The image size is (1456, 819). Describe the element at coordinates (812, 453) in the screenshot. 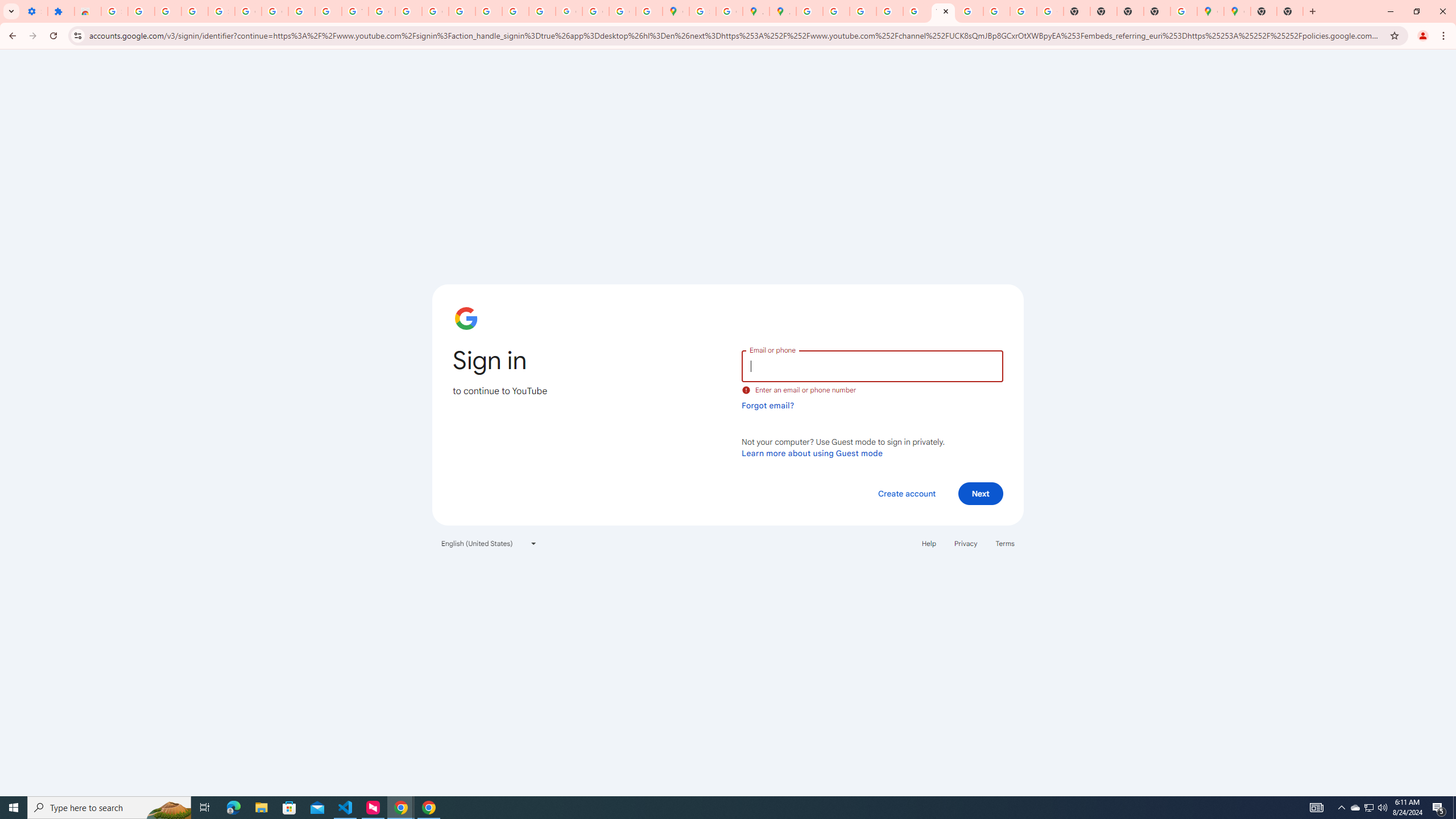

I see `'Learn more about using Guest mode'` at that location.